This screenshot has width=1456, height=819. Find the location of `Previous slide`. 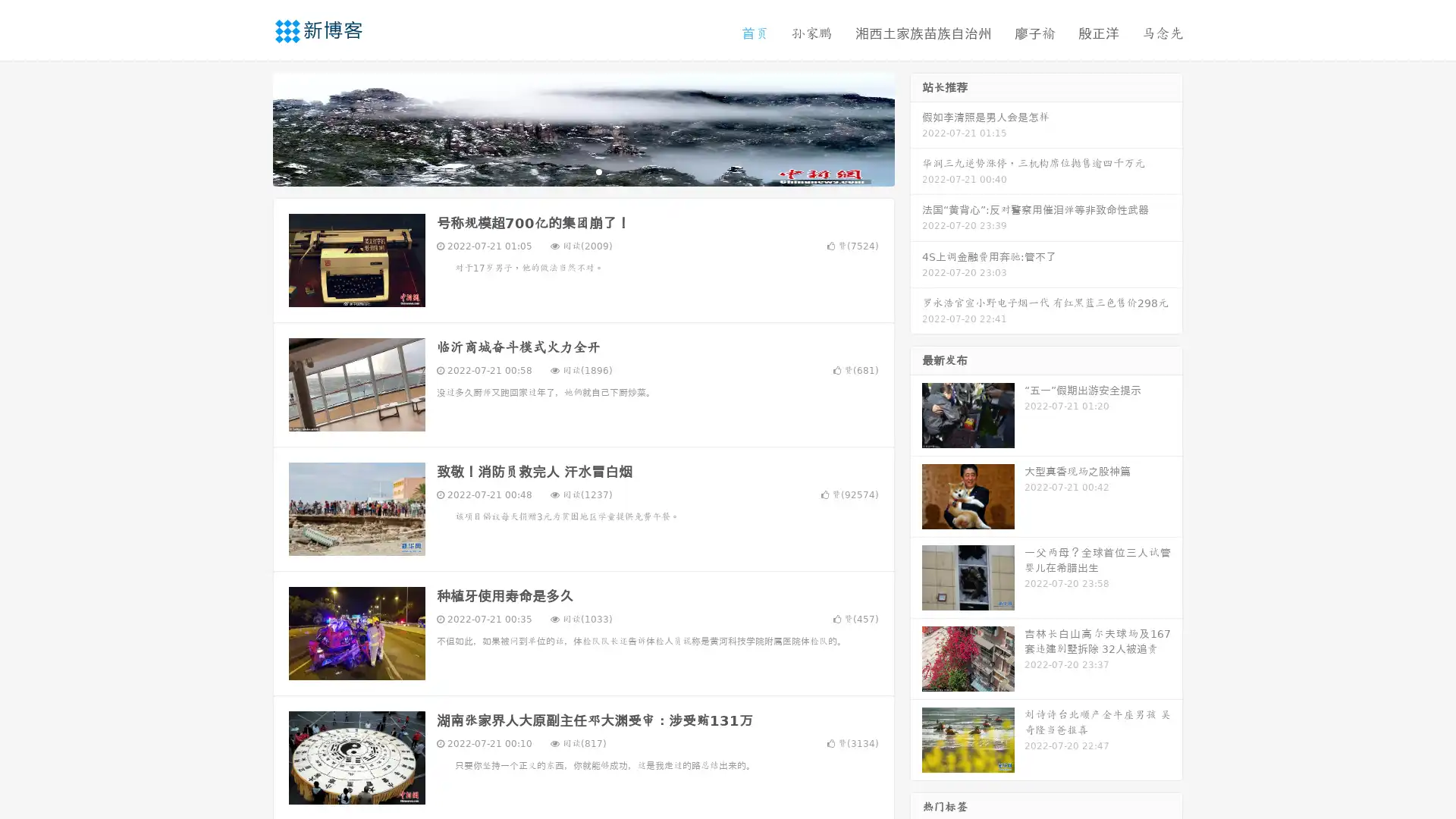

Previous slide is located at coordinates (250, 127).